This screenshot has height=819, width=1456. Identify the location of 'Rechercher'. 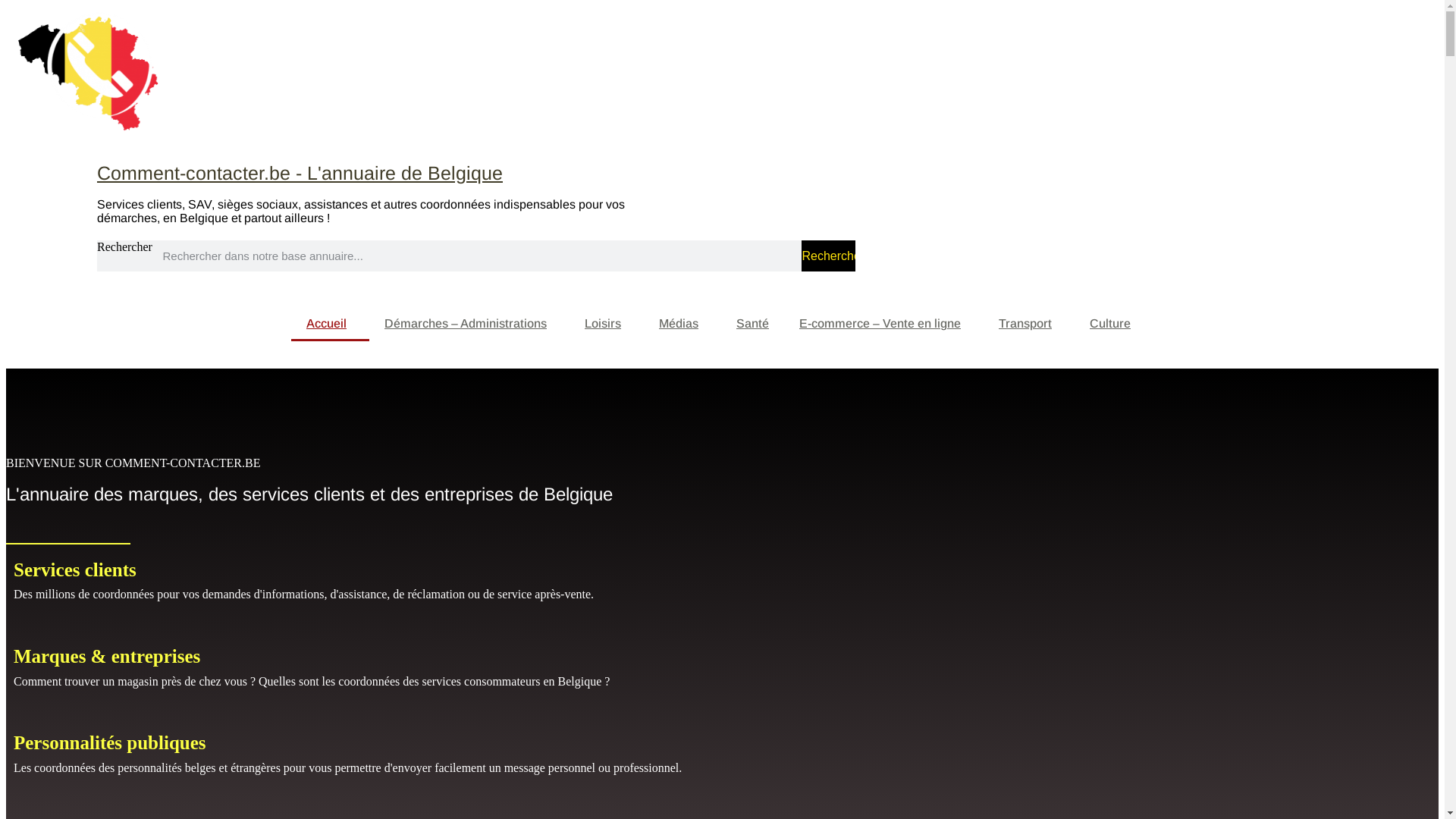
(827, 255).